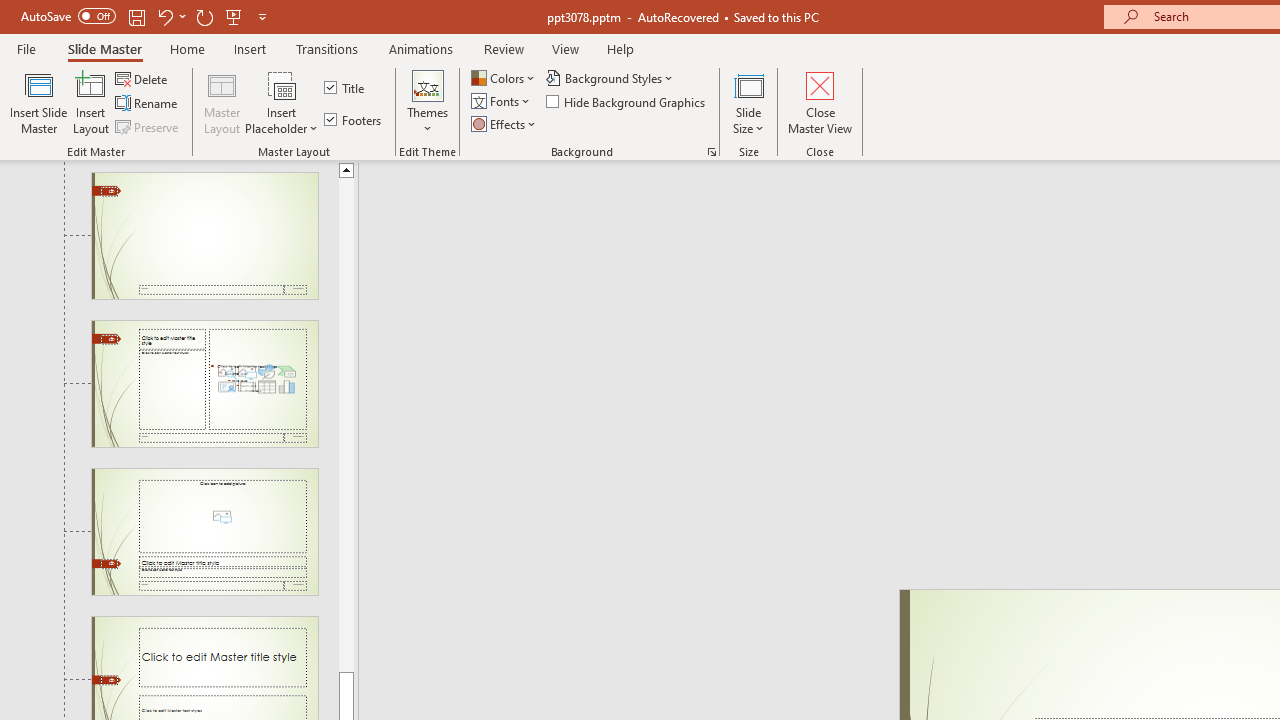 The height and width of the screenshot is (720, 1280). I want to click on 'Insert Slide Master', so click(39, 103).